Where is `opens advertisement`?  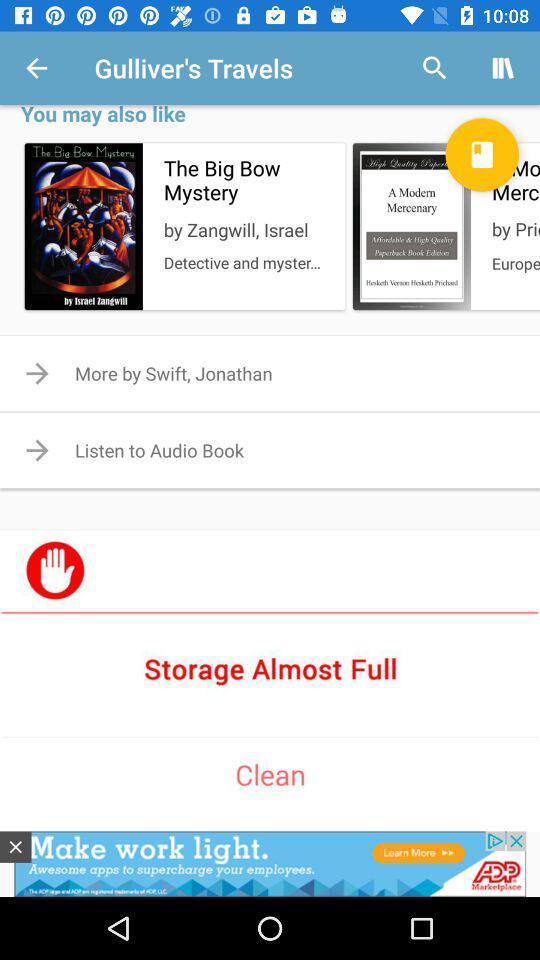
opens advertisement is located at coordinates (270, 863).